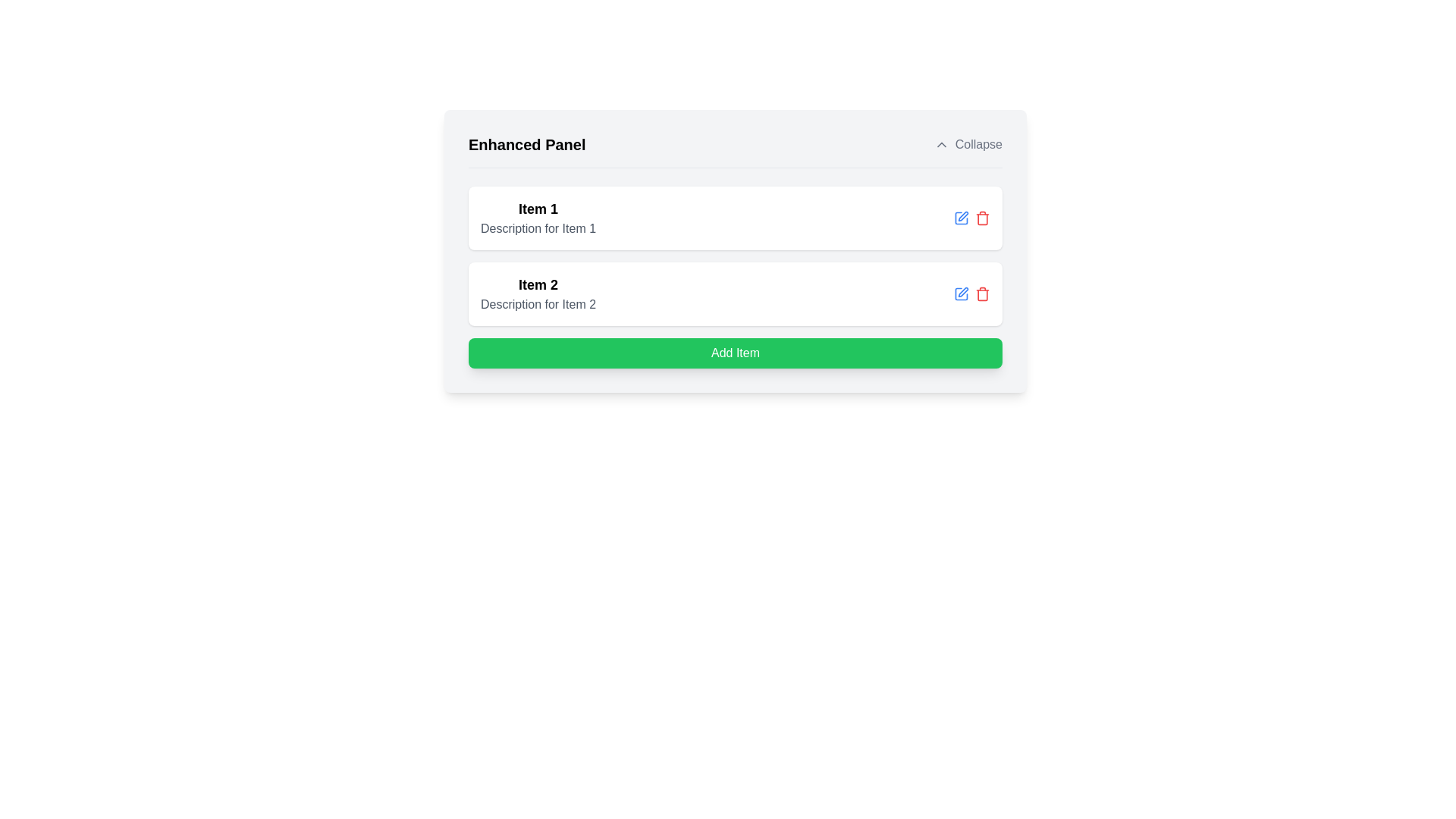 The width and height of the screenshot is (1456, 819). I want to click on the vertical body of the trash can icon, which is located near the right end of each item row in the panel, so click(983, 219).